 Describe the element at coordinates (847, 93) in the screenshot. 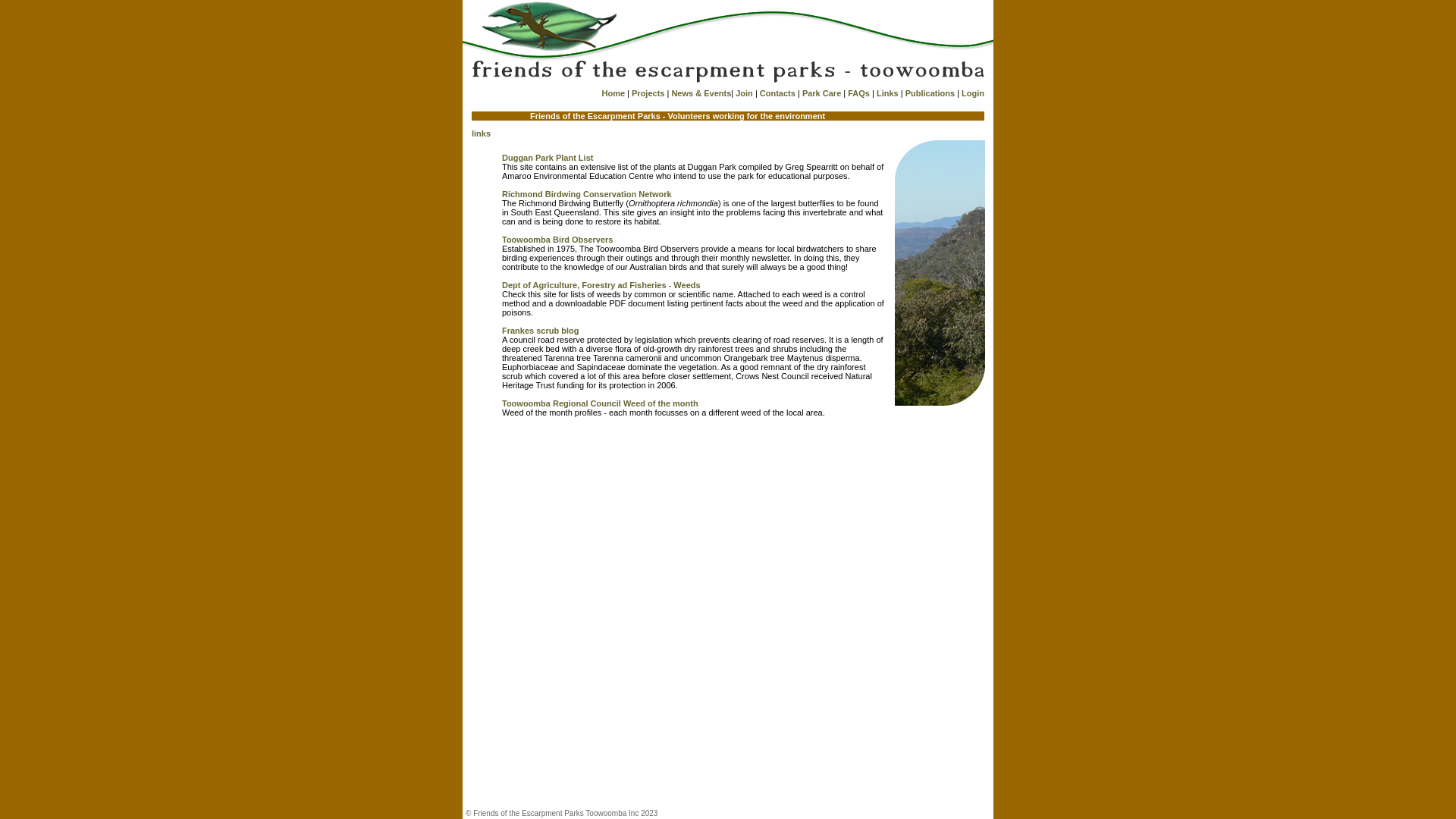

I see `'FAQs'` at that location.